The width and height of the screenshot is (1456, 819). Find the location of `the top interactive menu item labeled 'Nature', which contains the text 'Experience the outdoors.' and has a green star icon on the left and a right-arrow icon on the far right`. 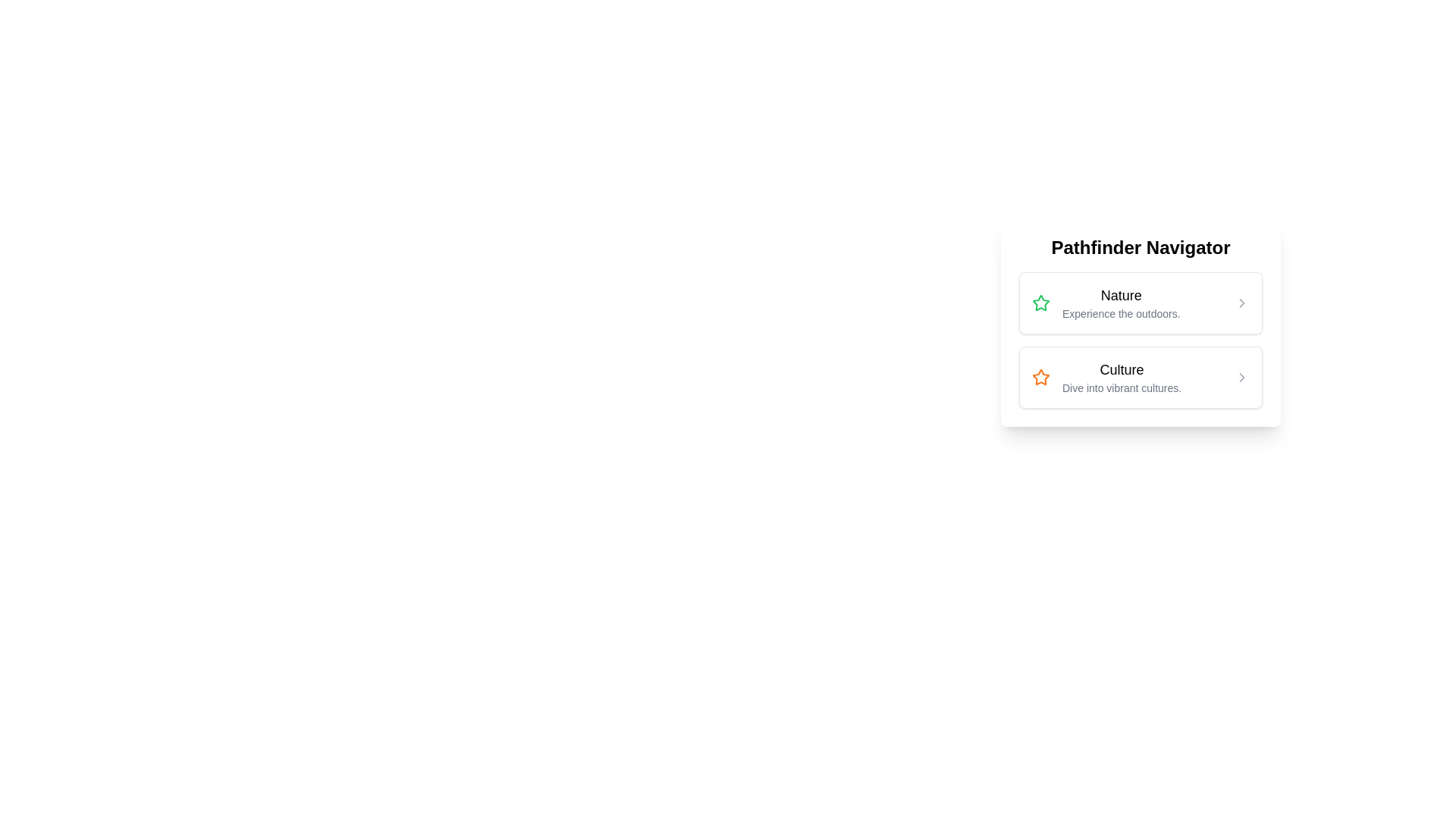

the top interactive menu item labeled 'Nature', which contains the text 'Experience the outdoors.' and has a green star icon on the left and a right-arrow icon on the far right is located at coordinates (1141, 303).